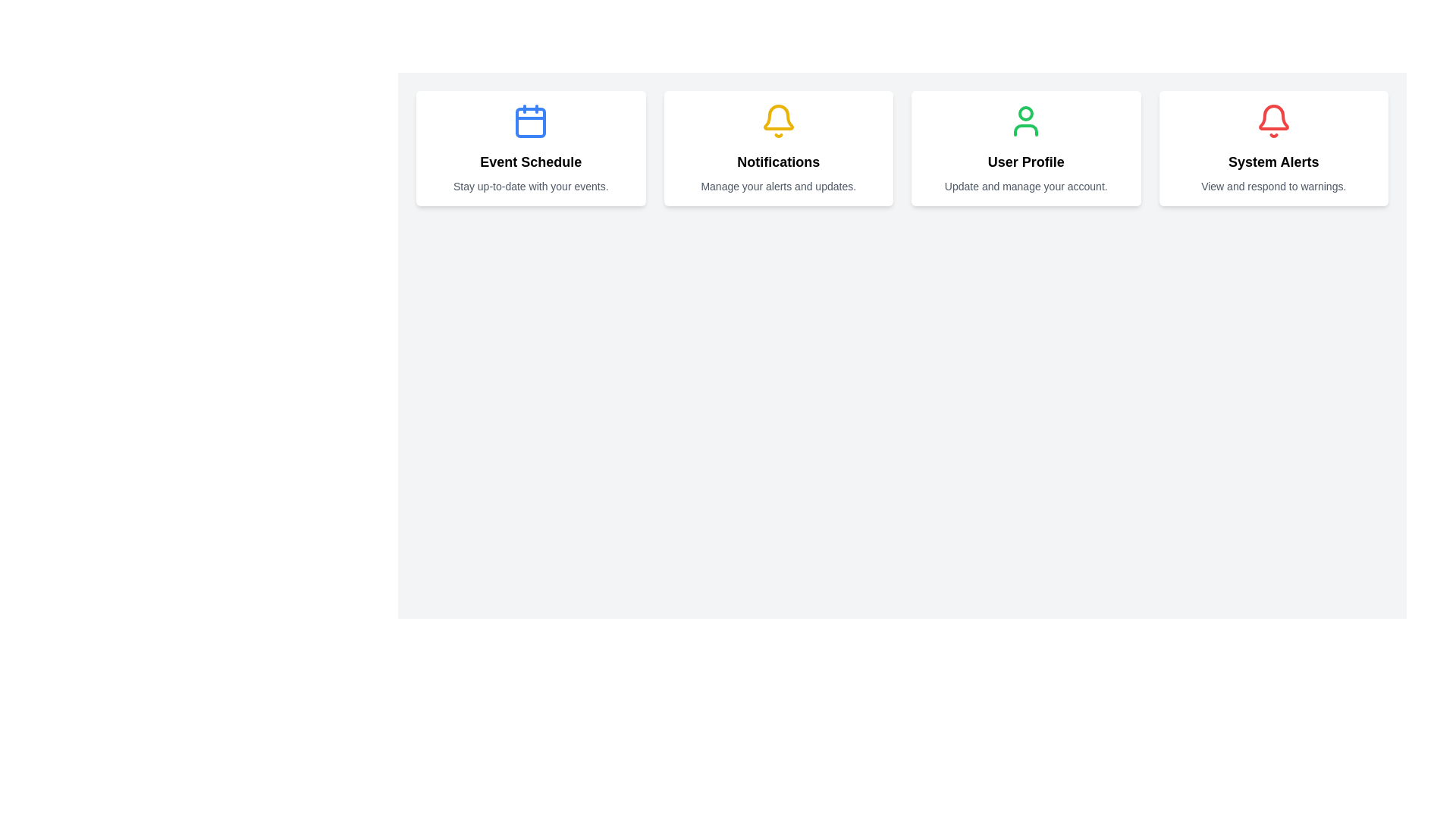  What do you see at coordinates (778, 186) in the screenshot?
I see `the text label that provides additional descriptive information about the 'Notifications' section, located below the bold text 'Notifications' and adjacent to a bell icon` at bounding box center [778, 186].